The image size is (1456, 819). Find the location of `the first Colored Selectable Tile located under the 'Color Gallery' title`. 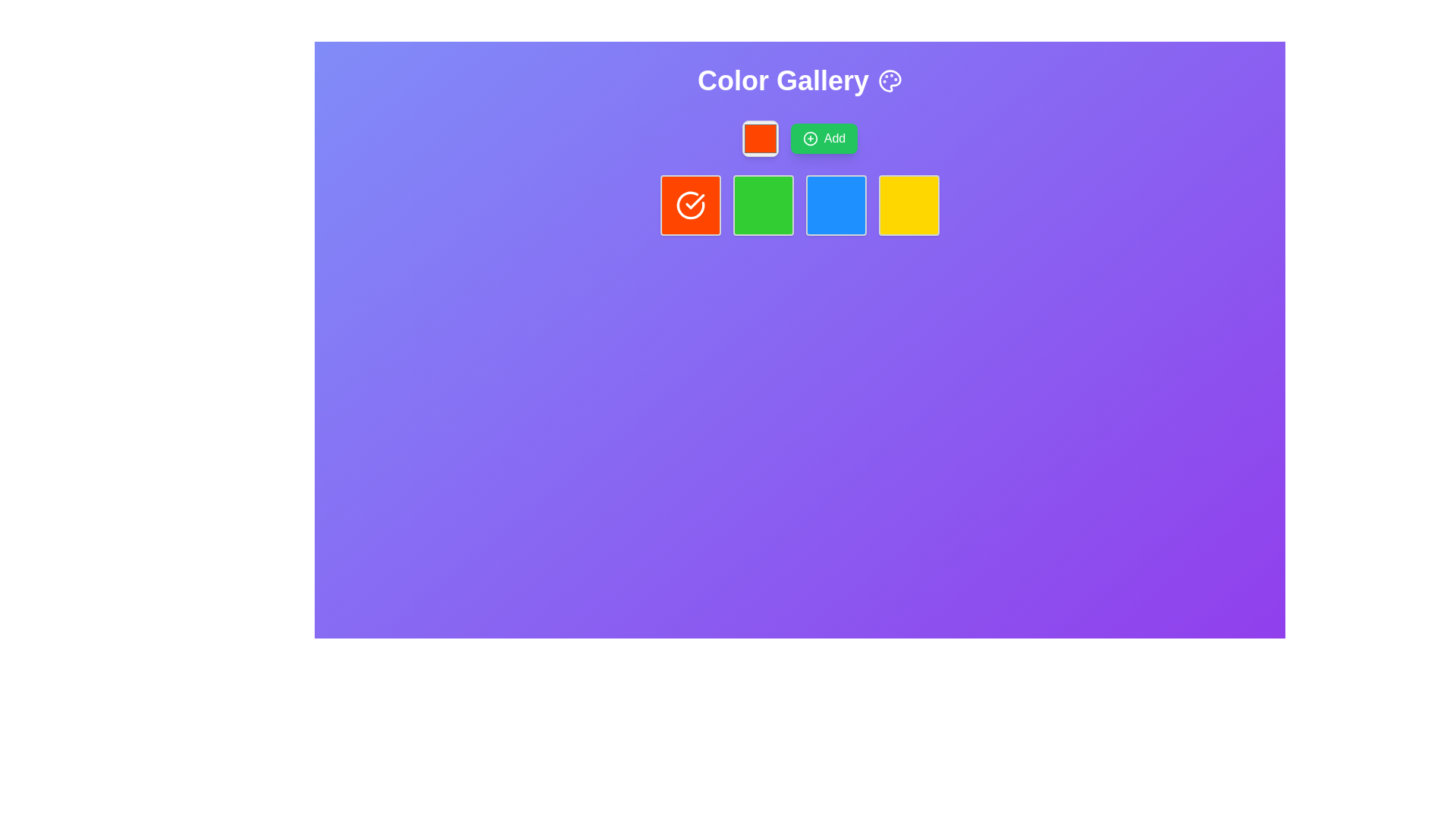

the first Colored Selectable Tile located under the 'Color Gallery' title is located at coordinates (690, 205).